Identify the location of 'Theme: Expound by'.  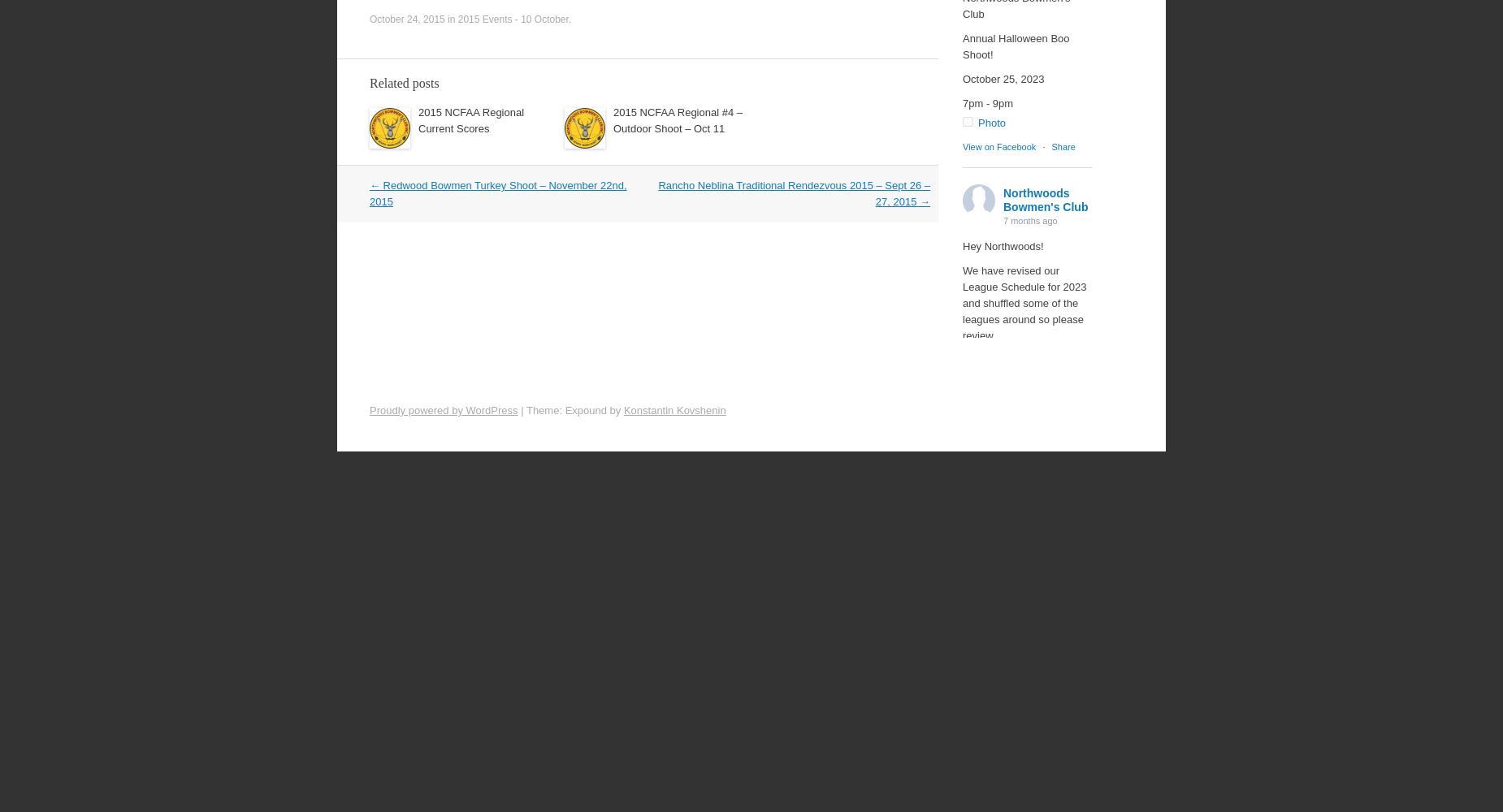
(525, 410).